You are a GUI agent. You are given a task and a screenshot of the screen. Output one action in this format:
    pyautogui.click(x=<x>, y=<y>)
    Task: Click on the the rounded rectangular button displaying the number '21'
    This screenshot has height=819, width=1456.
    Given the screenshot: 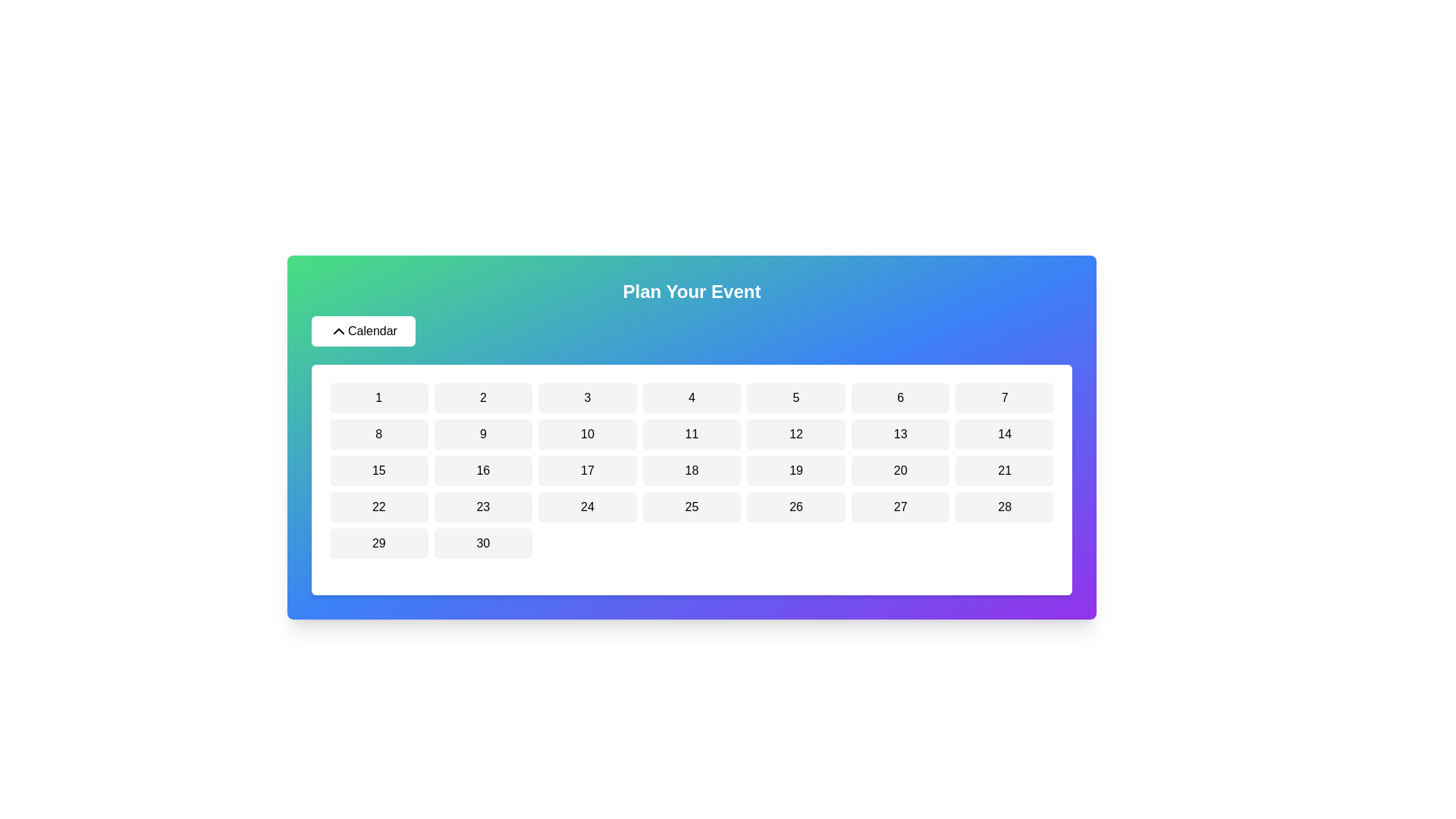 What is the action you would take?
    pyautogui.click(x=1005, y=470)
    